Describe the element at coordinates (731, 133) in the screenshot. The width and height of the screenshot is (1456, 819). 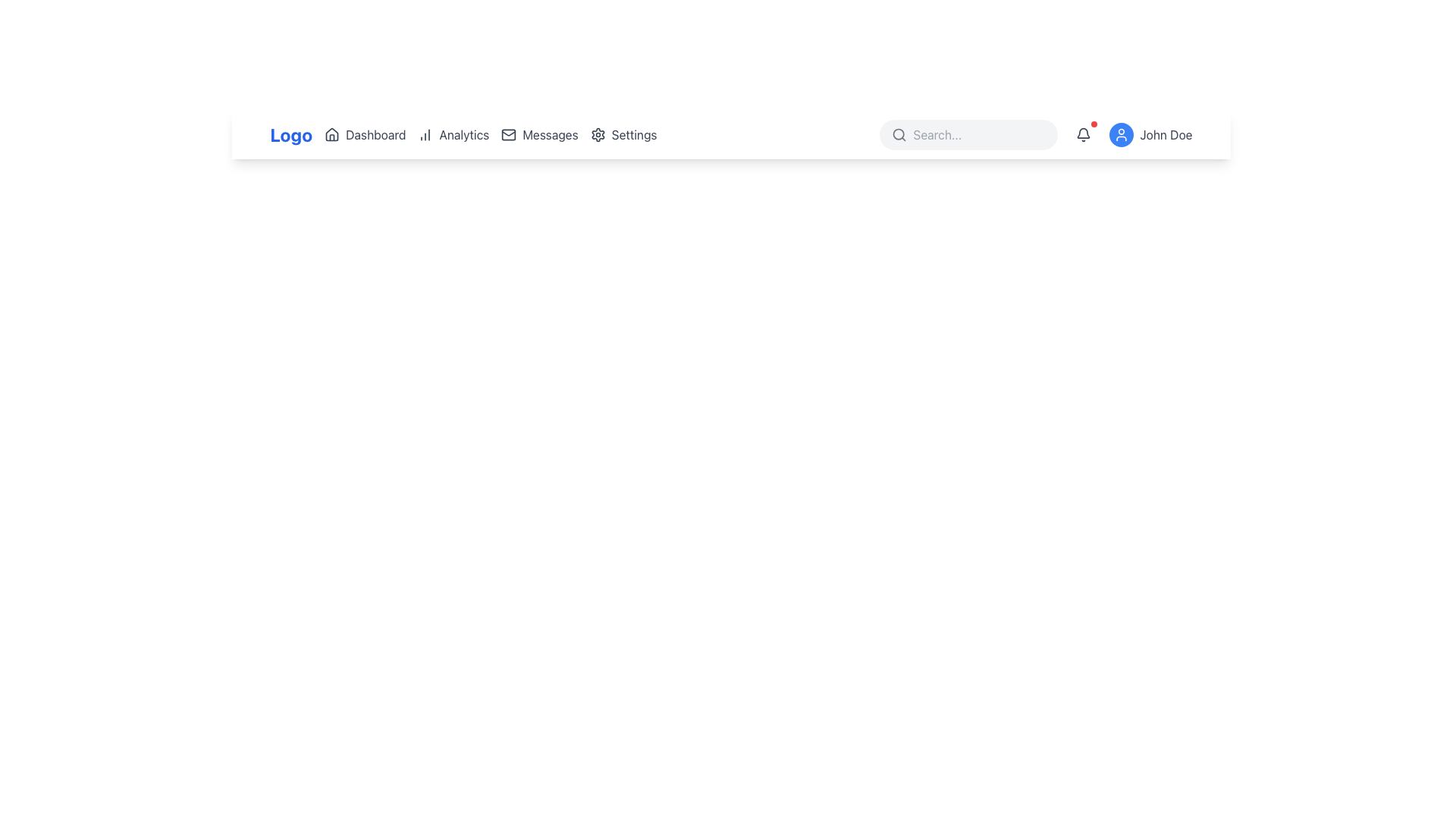
I see `a navigation option in the Navigation bar located at the top-center of the interface` at that location.